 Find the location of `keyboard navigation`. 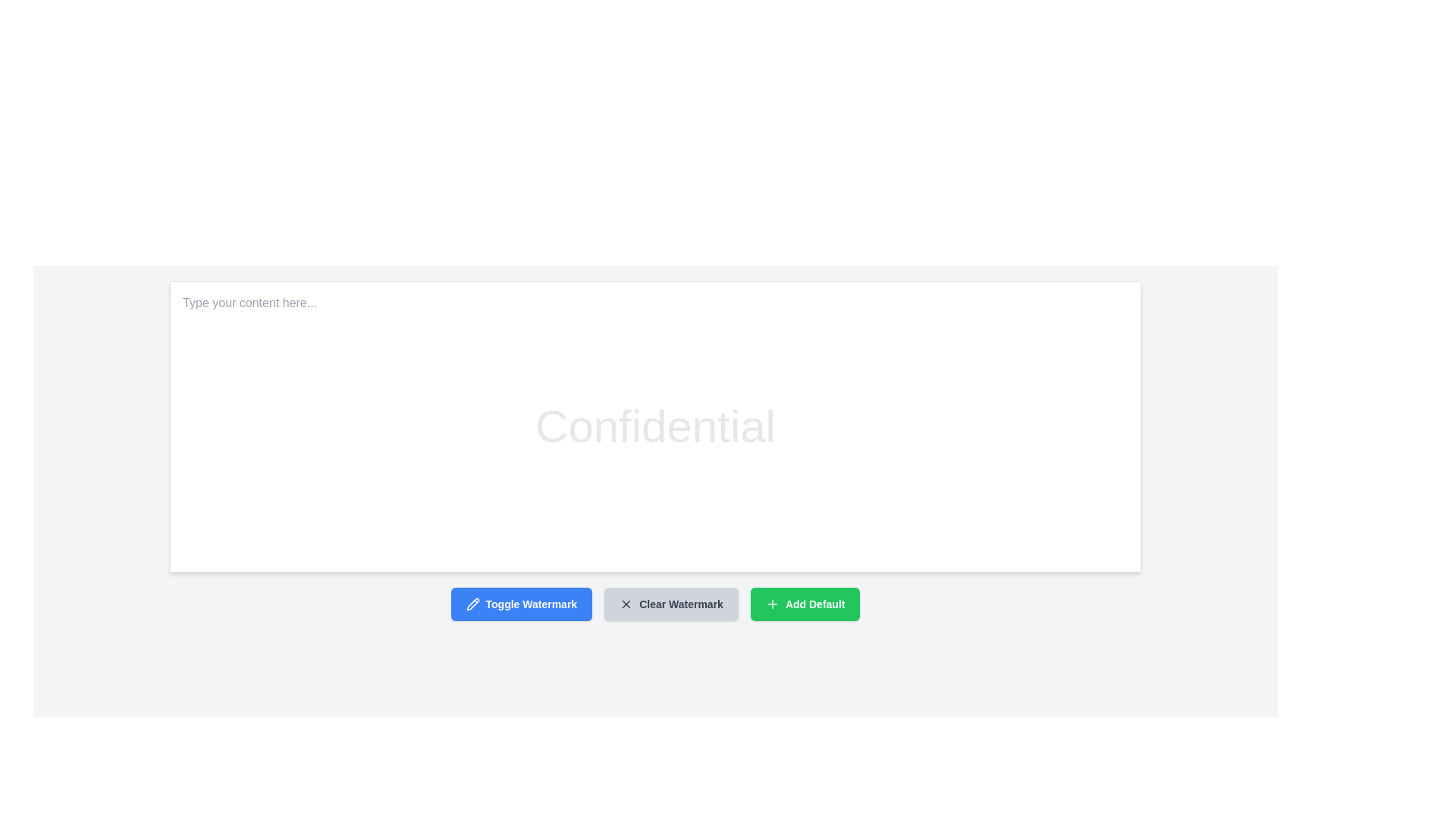

keyboard navigation is located at coordinates (670, 604).